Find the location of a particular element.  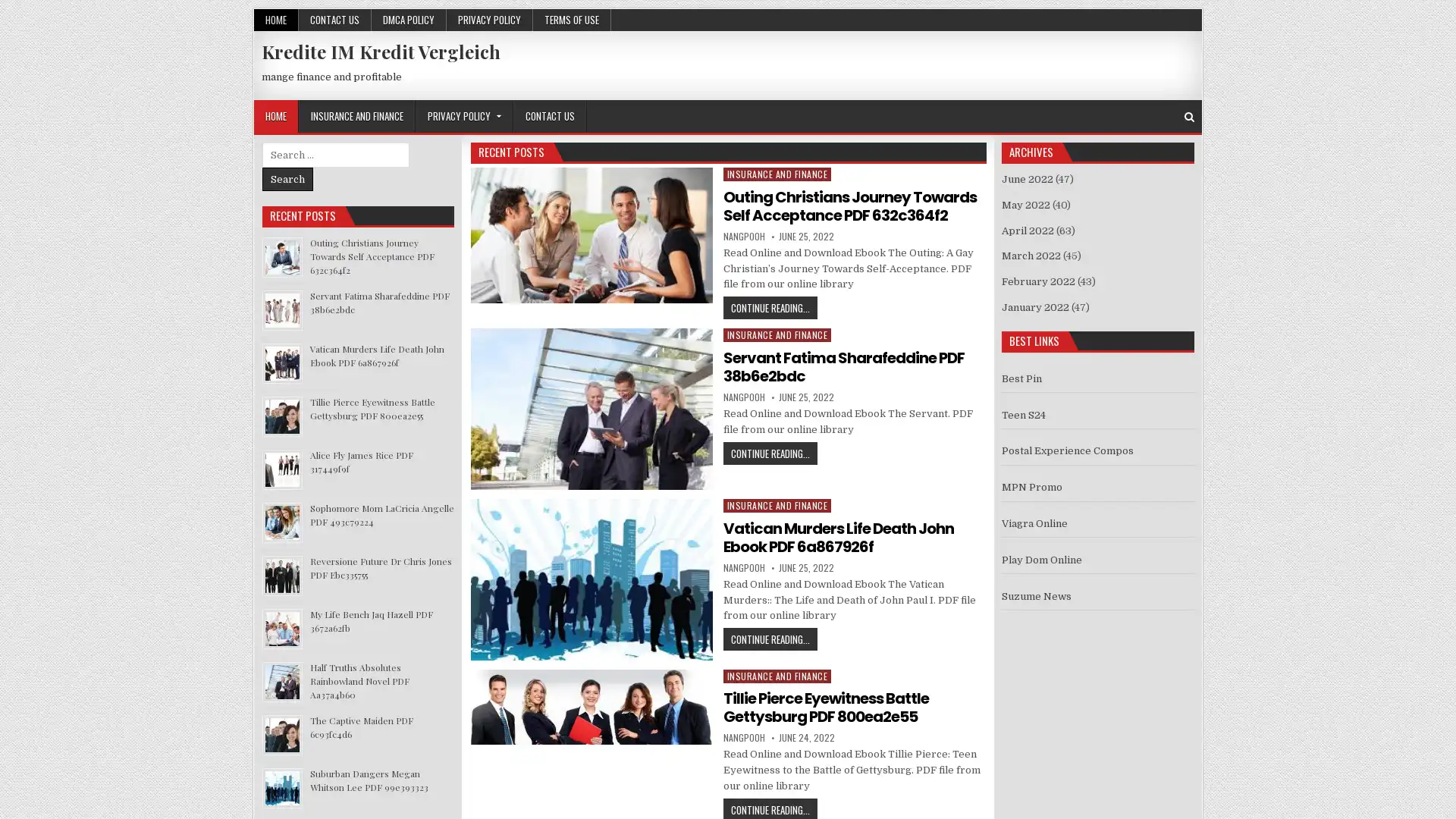

Search is located at coordinates (287, 178).